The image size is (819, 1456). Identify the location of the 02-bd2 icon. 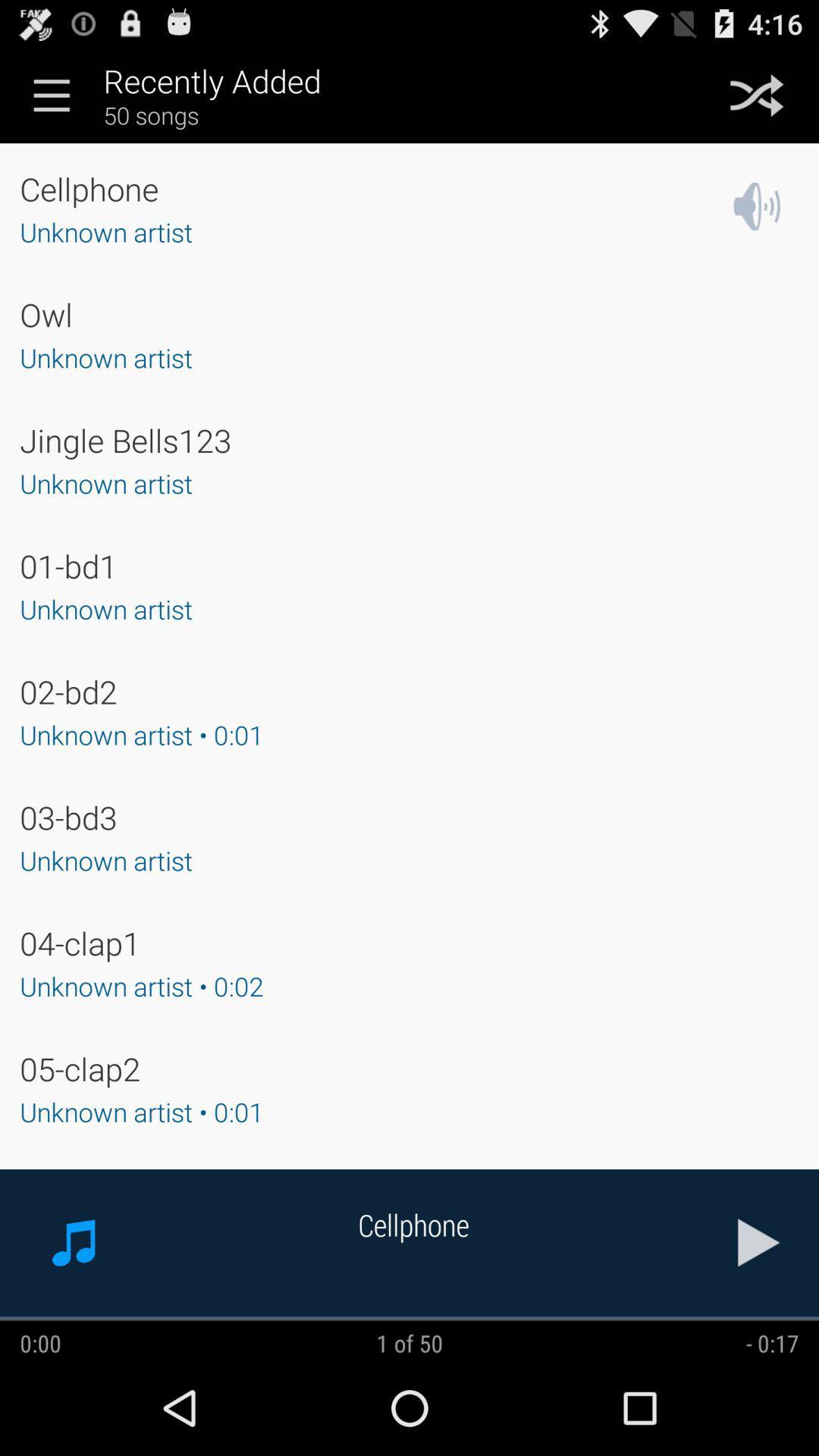
(68, 691).